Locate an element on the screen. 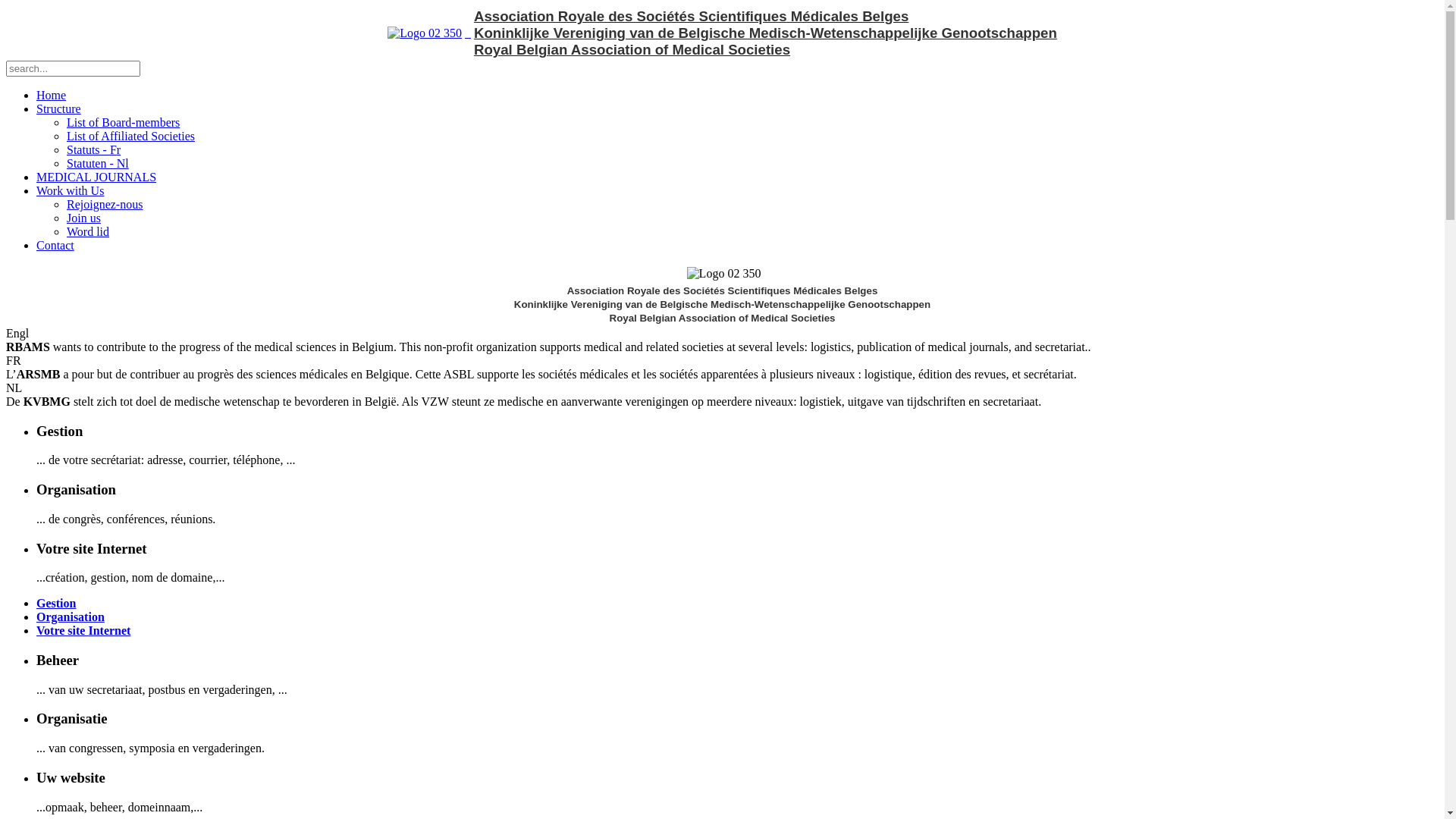 This screenshot has width=1456, height=819. 'Join us' is located at coordinates (83, 218).